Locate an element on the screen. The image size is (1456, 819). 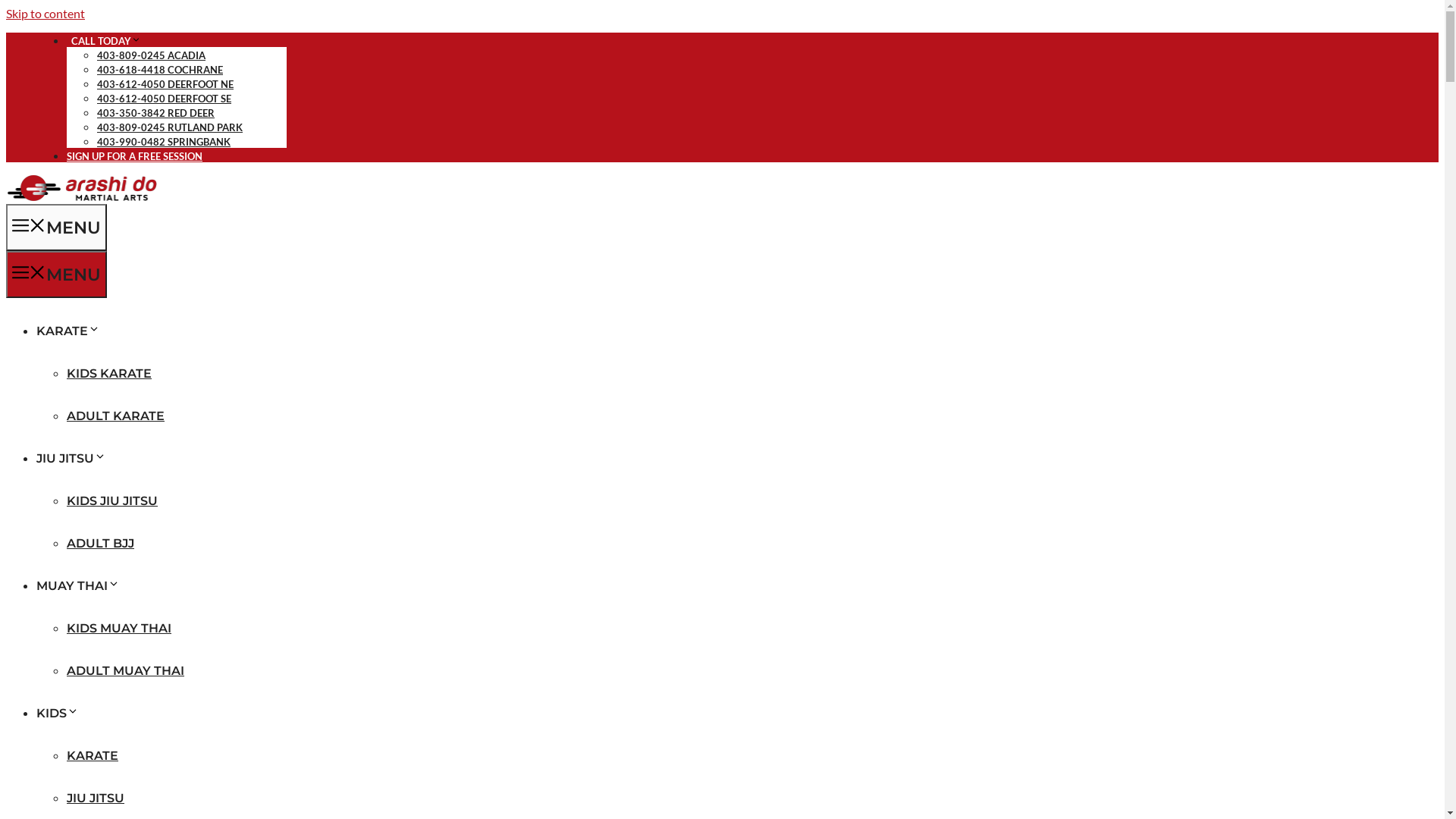
'403-809-0245 RUTLAND PARK' is located at coordinates (170, 127).